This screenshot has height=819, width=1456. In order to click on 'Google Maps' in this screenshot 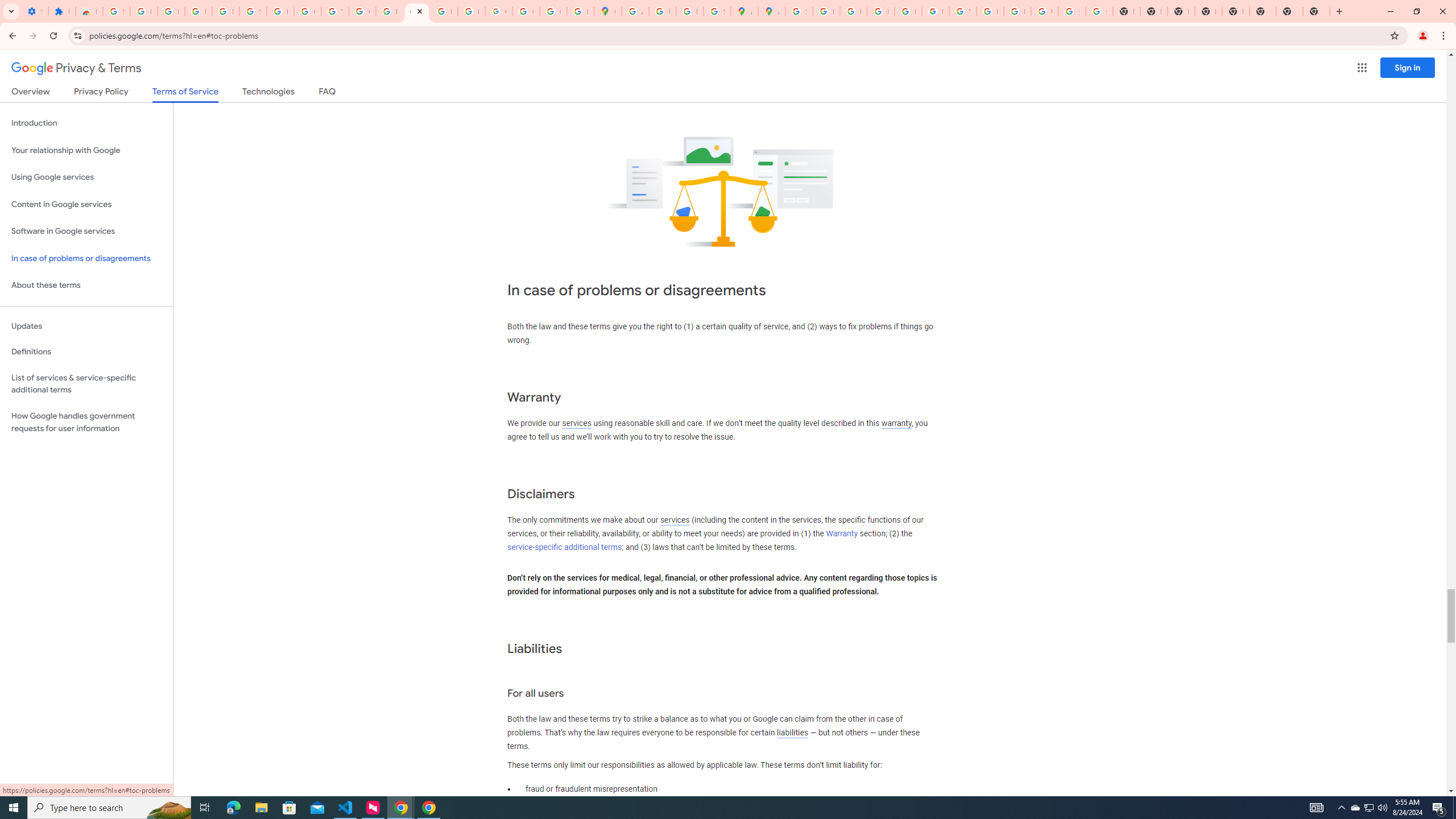, I will do `click(607, 11)`.